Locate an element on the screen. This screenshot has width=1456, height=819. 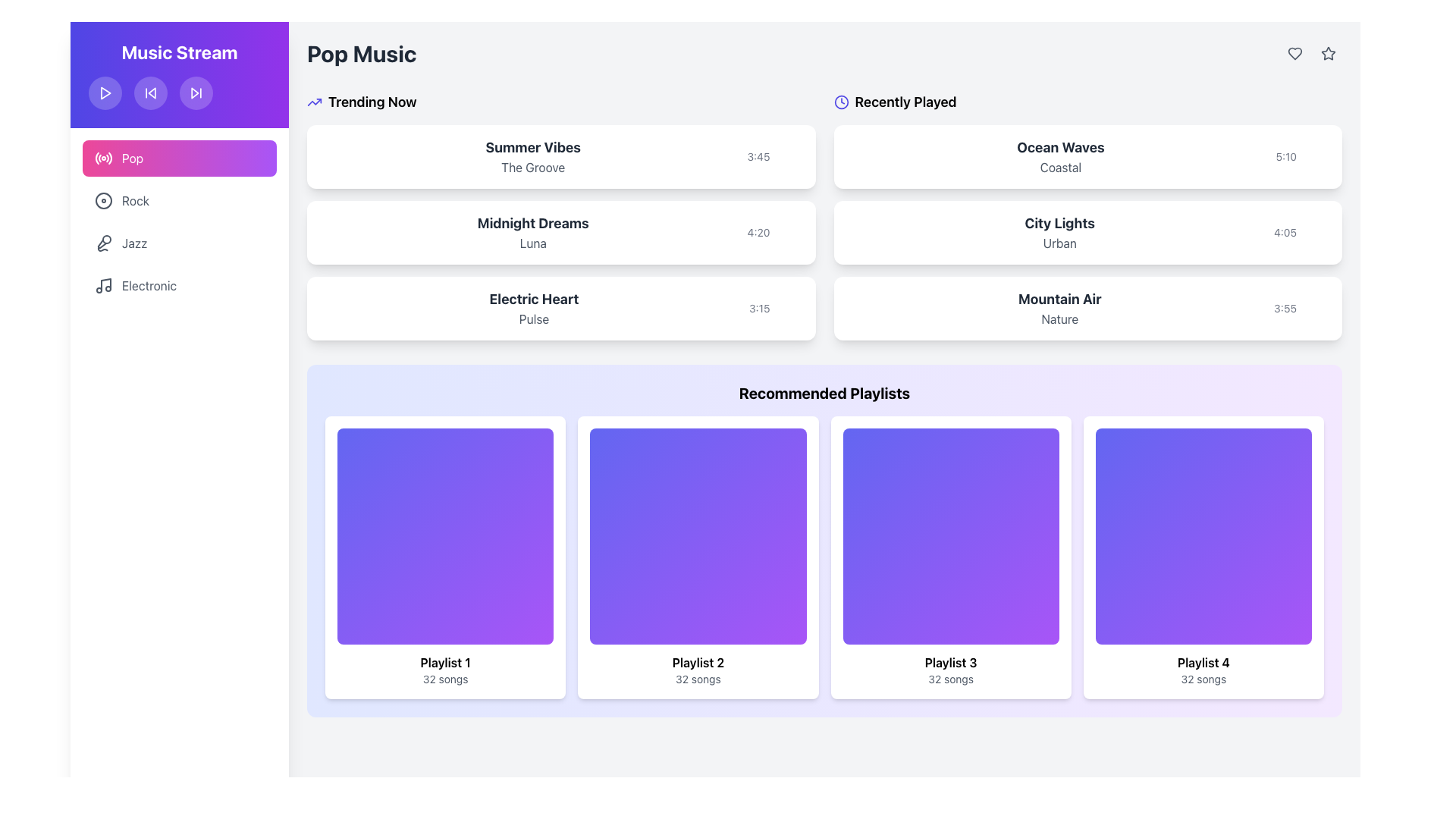
the text label indicating the number of songs in 'Playlist 3', located at the bottom of the card is located at coordinates (950, 679).